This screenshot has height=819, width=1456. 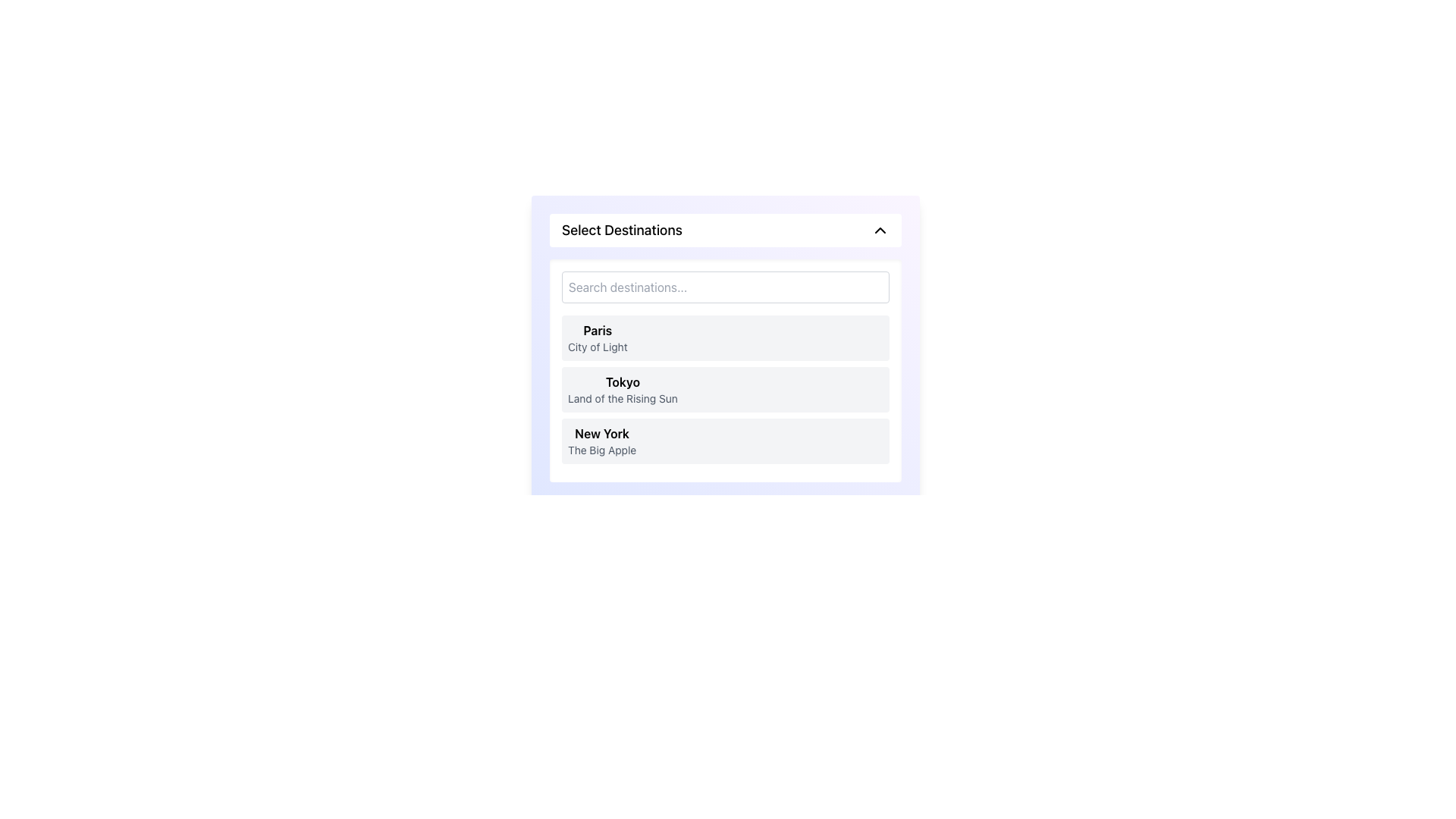 What do you see at coordinates (622, 231) in the screenshot?
I see `the text label that serves as a heading for the dropdown menu, located in the upper left corner of the menu, to the left of the arrow icon` at bounding box center [622, 231].